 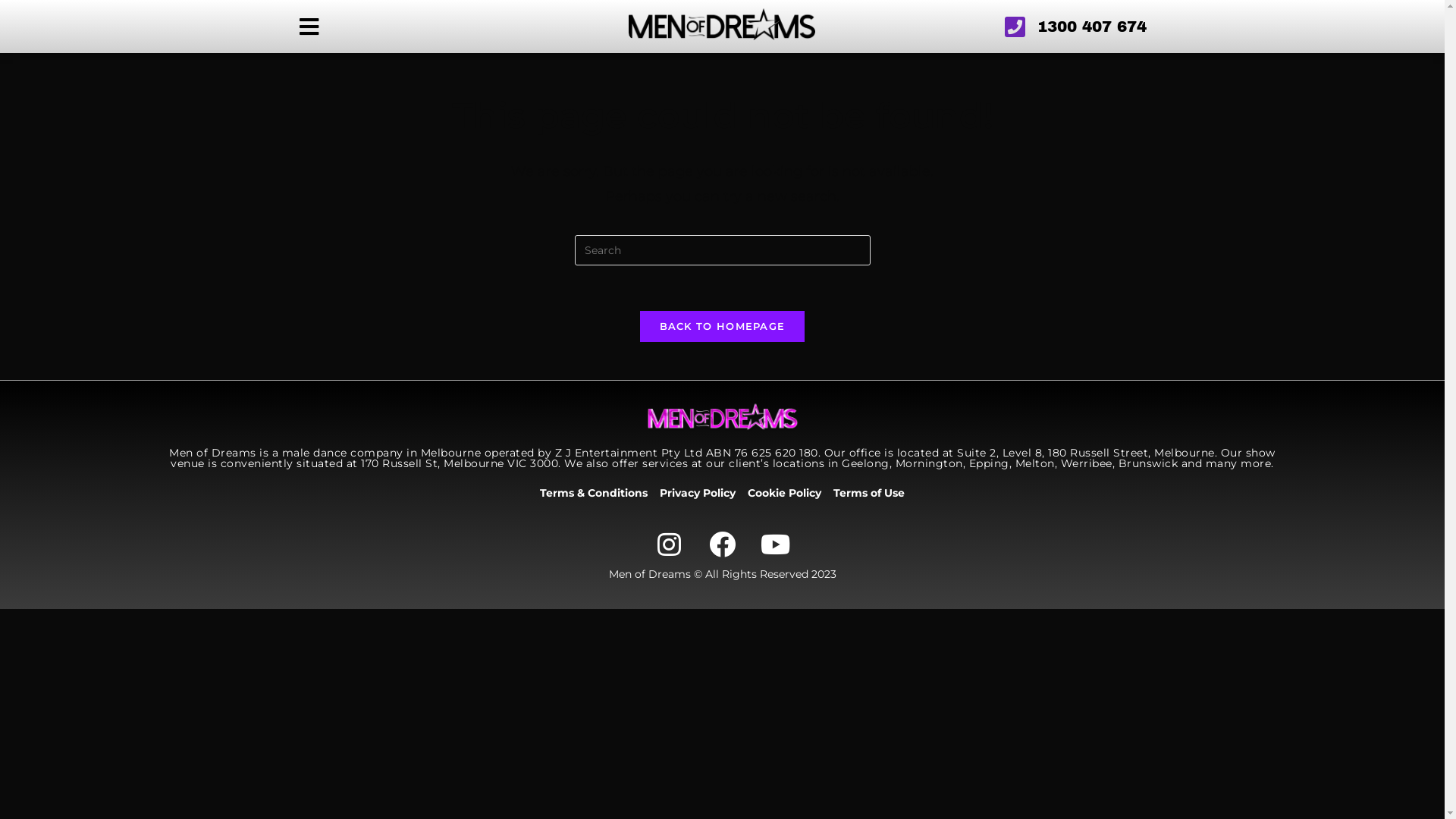 I want to click on 'Terms of Use', so click(x=833, y=493).